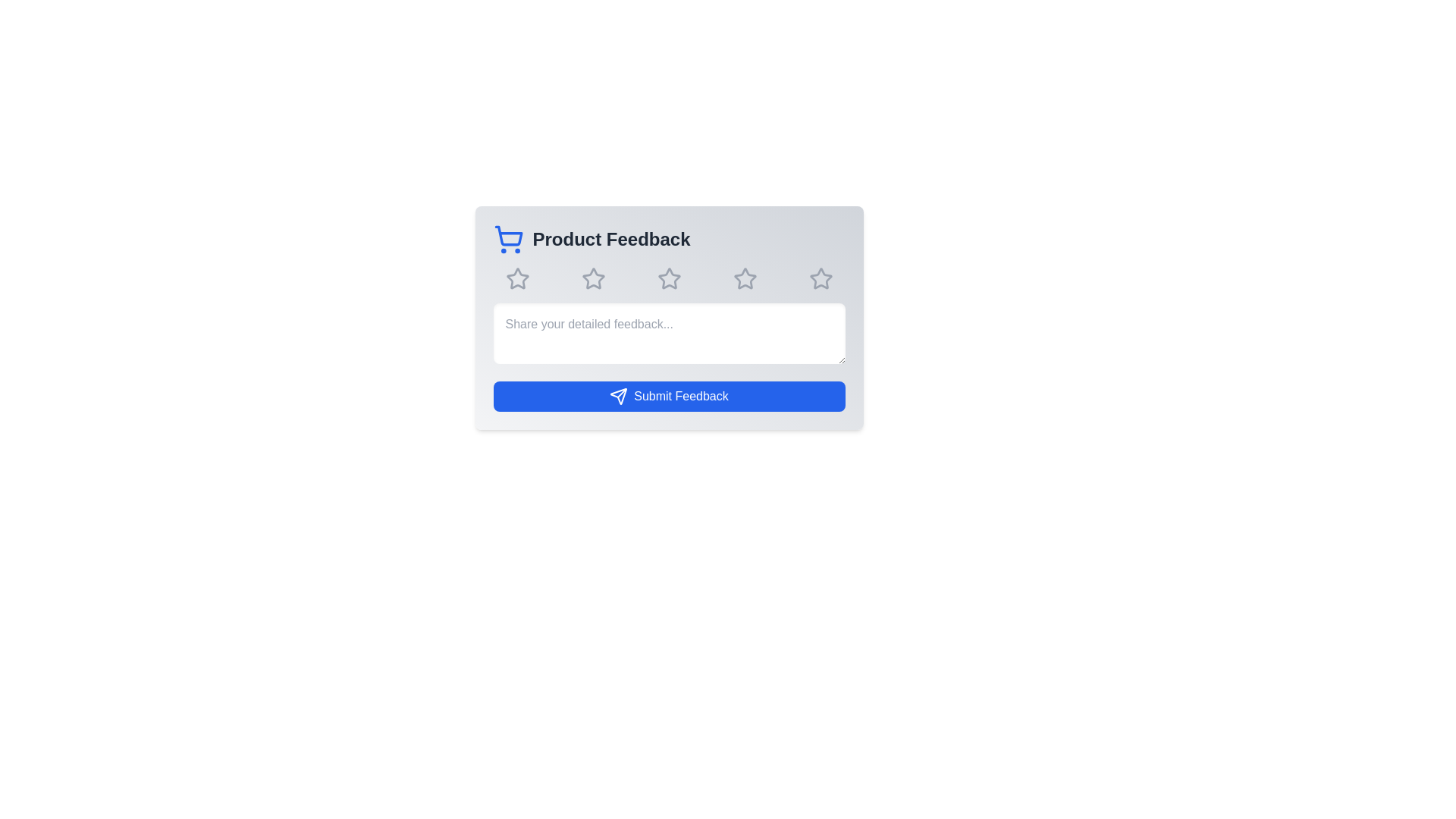  What do you see at coordinates (611, 239) in the screenshot?
I see `the 'Product Feedback' text label, which serves as a title for the feedback module and is positioned next to a blue shopping cart icon` at bounding box center [611, 239].